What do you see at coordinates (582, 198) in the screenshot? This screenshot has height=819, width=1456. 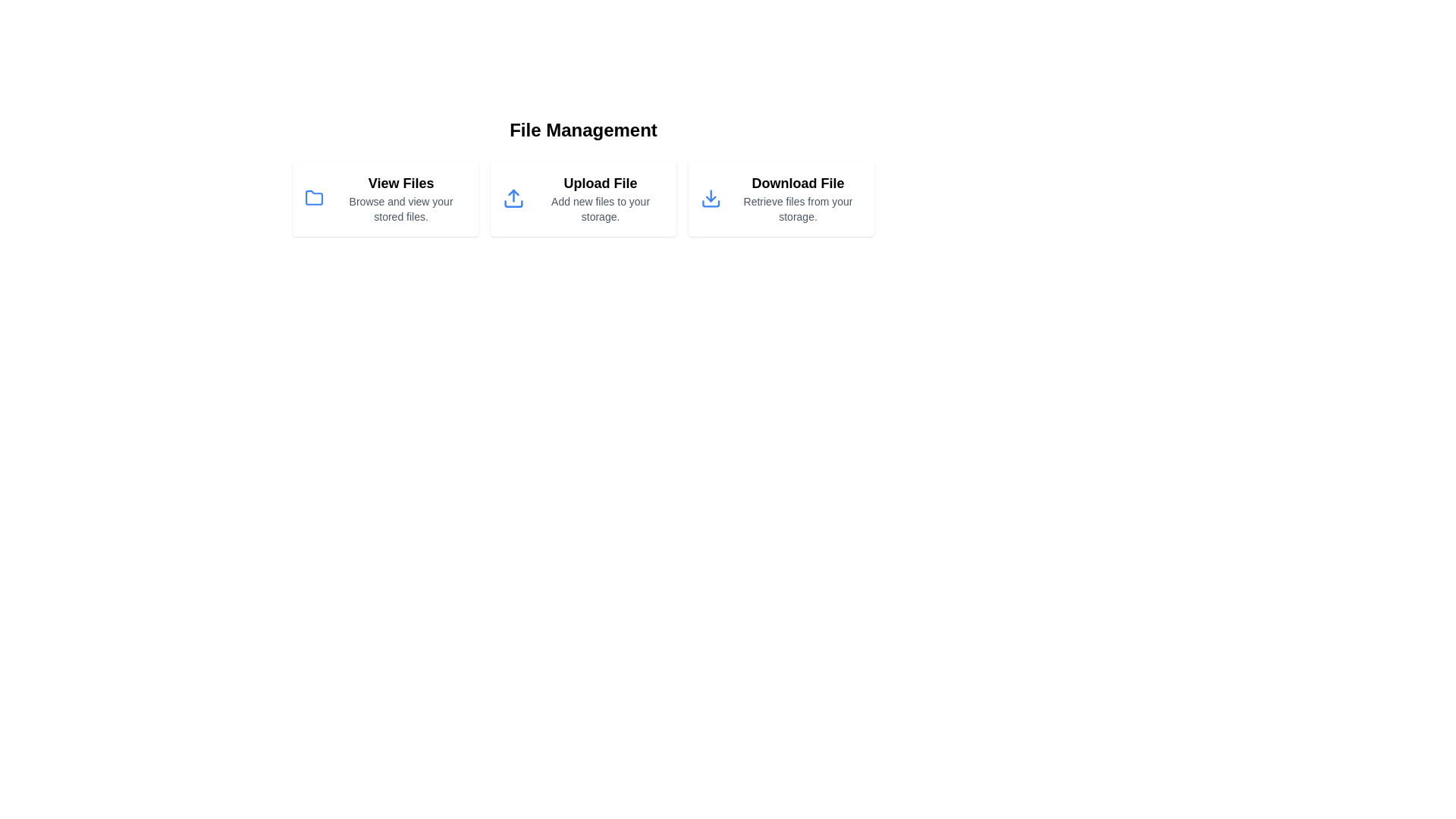 I see `the 'Upload File' section in the Grid menu with action buttons, which is located below the 'File Management' title and structured in a three-column grid format` at bounding box center [582, 198].